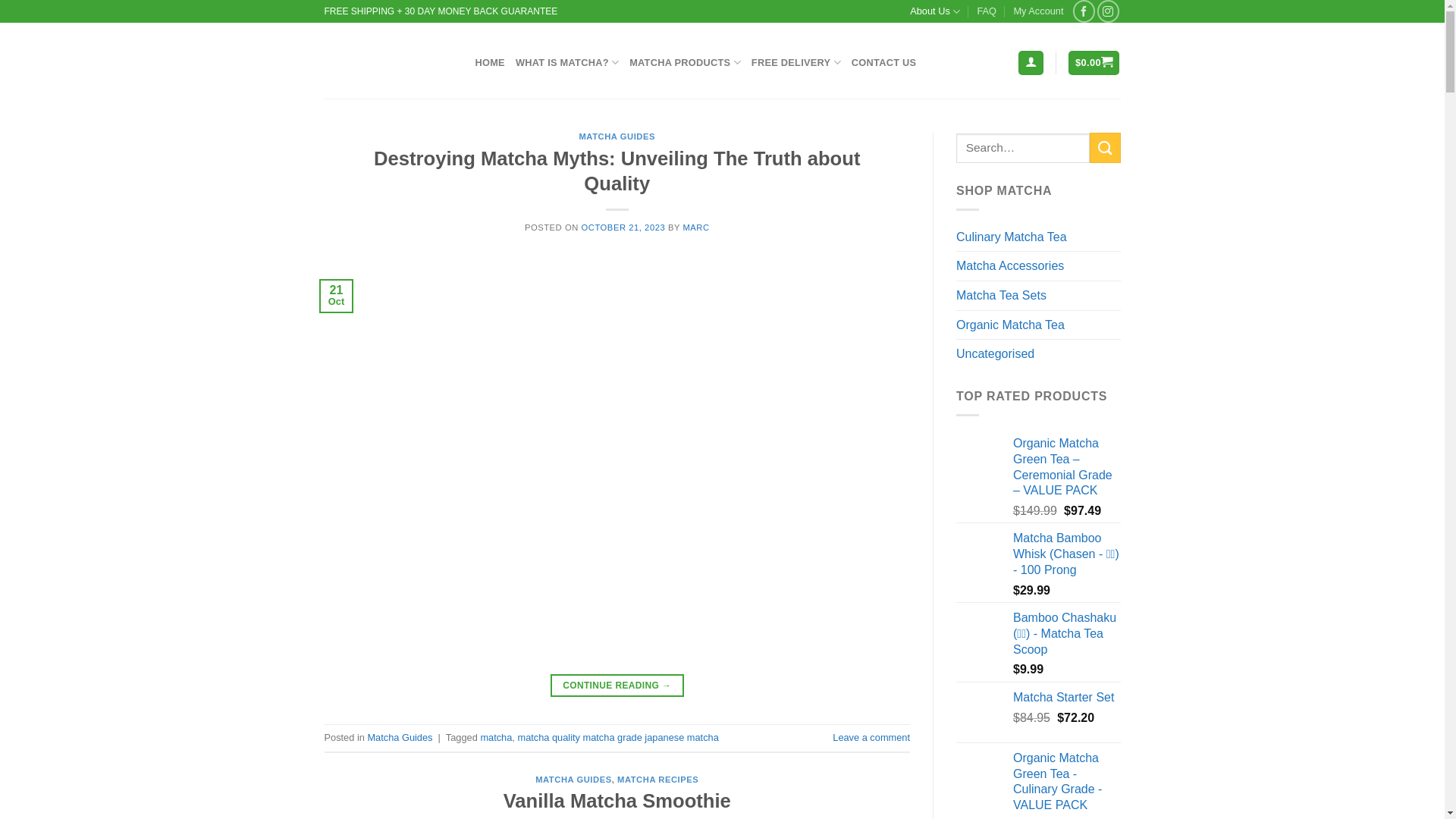  Describe the element at coordinates (0, 0) in the screenshot. I see `'Skip to content'` at that location.